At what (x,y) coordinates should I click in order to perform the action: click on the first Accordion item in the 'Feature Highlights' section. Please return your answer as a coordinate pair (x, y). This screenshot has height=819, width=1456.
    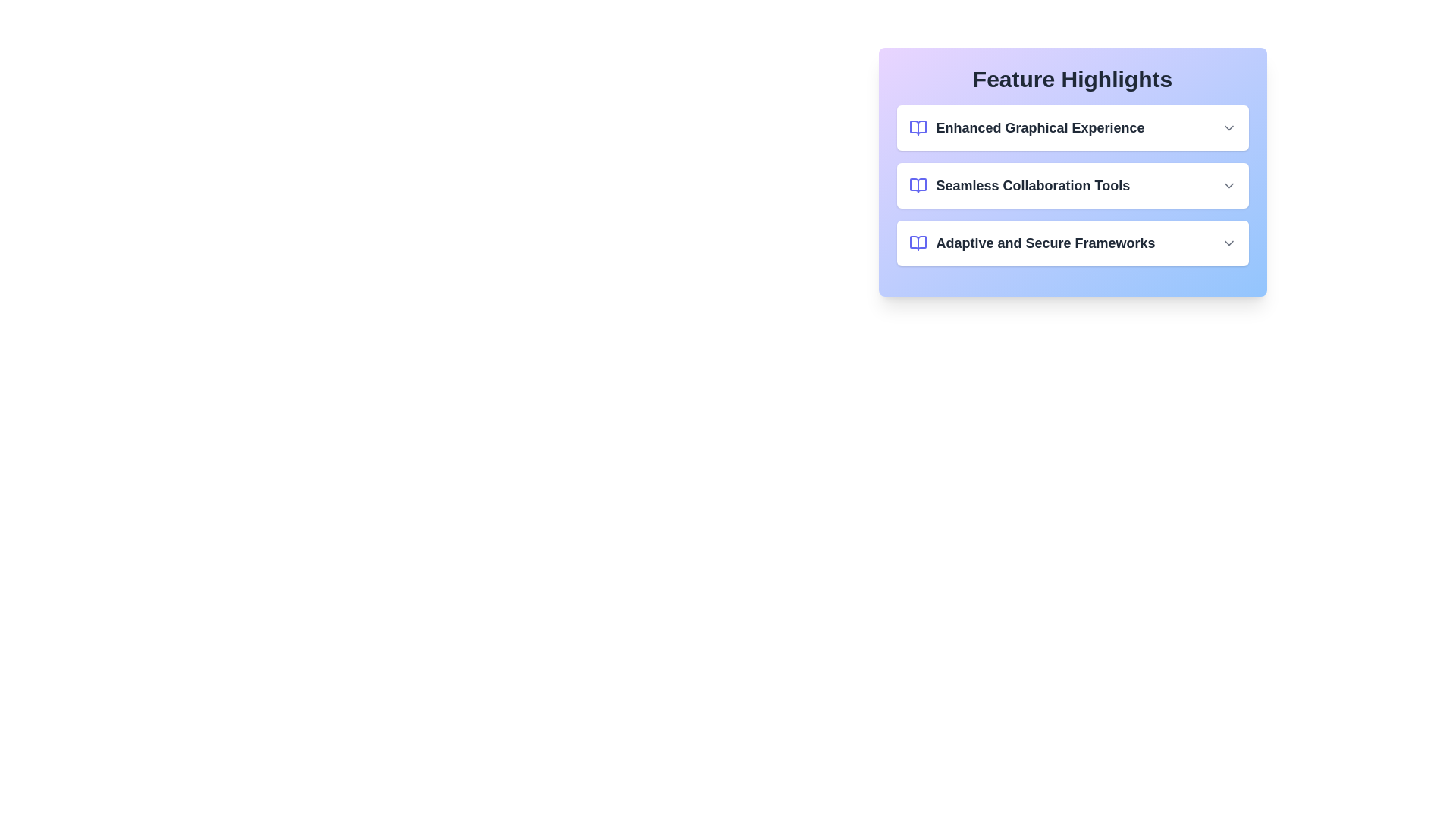
    Looking at the image, I should click on (1072, 127).